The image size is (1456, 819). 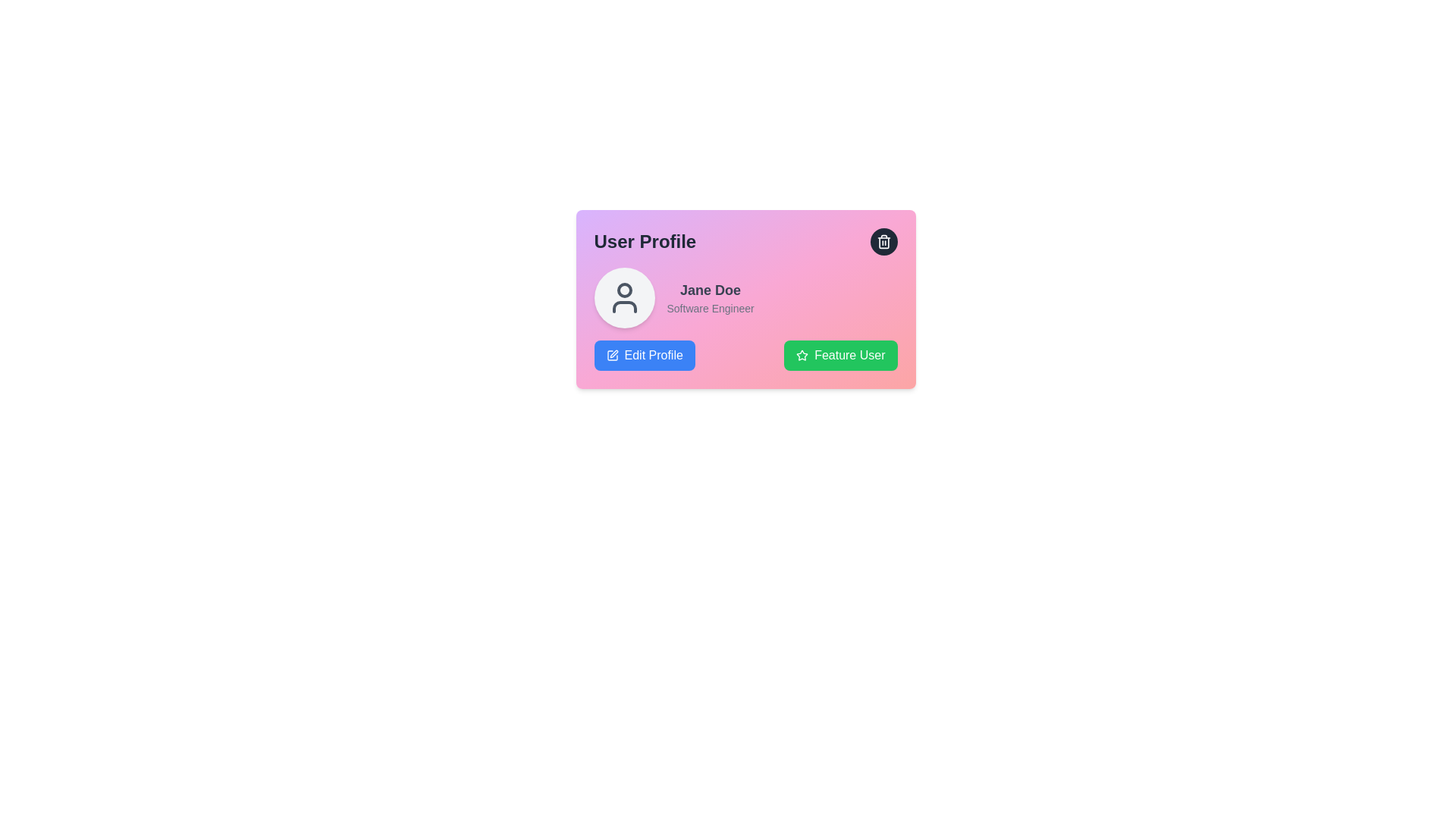 I want to click on the text label indicating the user role for 'Jane Doe', which is positioned below the name in the user profile card, so click(x=710, y=308).